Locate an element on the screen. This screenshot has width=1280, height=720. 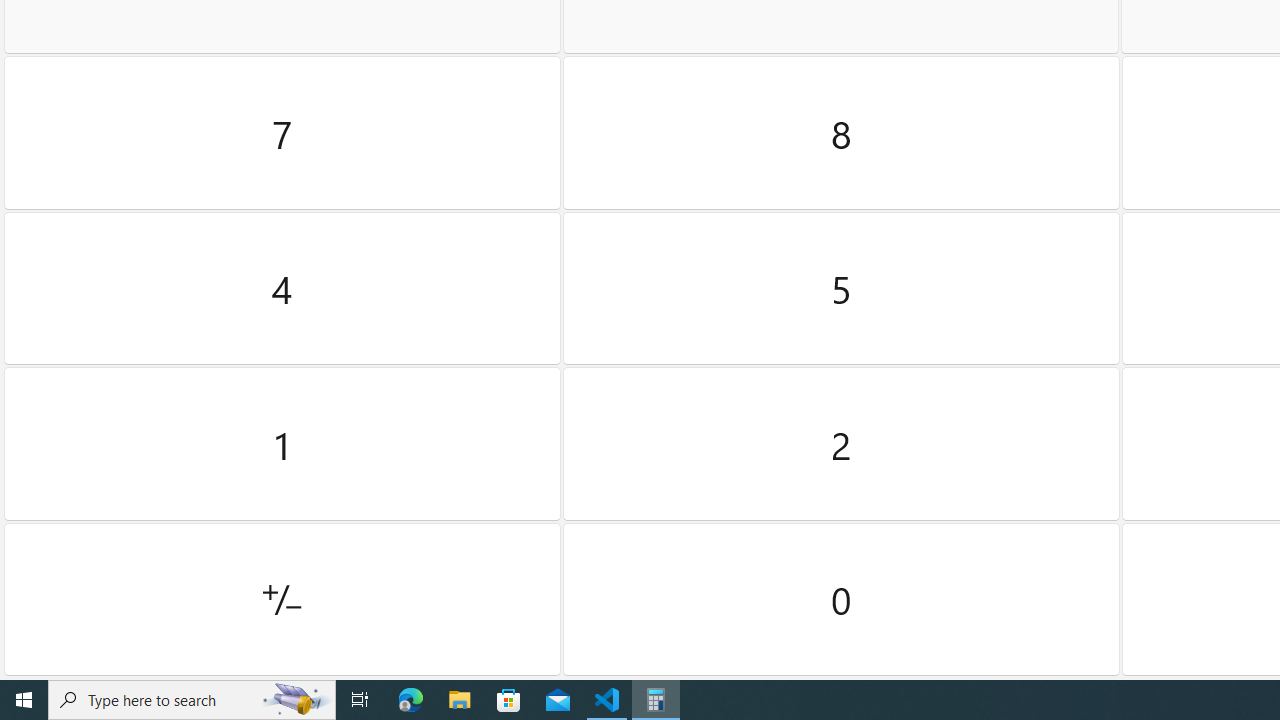
'Microsoft Edge' is located at coordinates (410, 698).